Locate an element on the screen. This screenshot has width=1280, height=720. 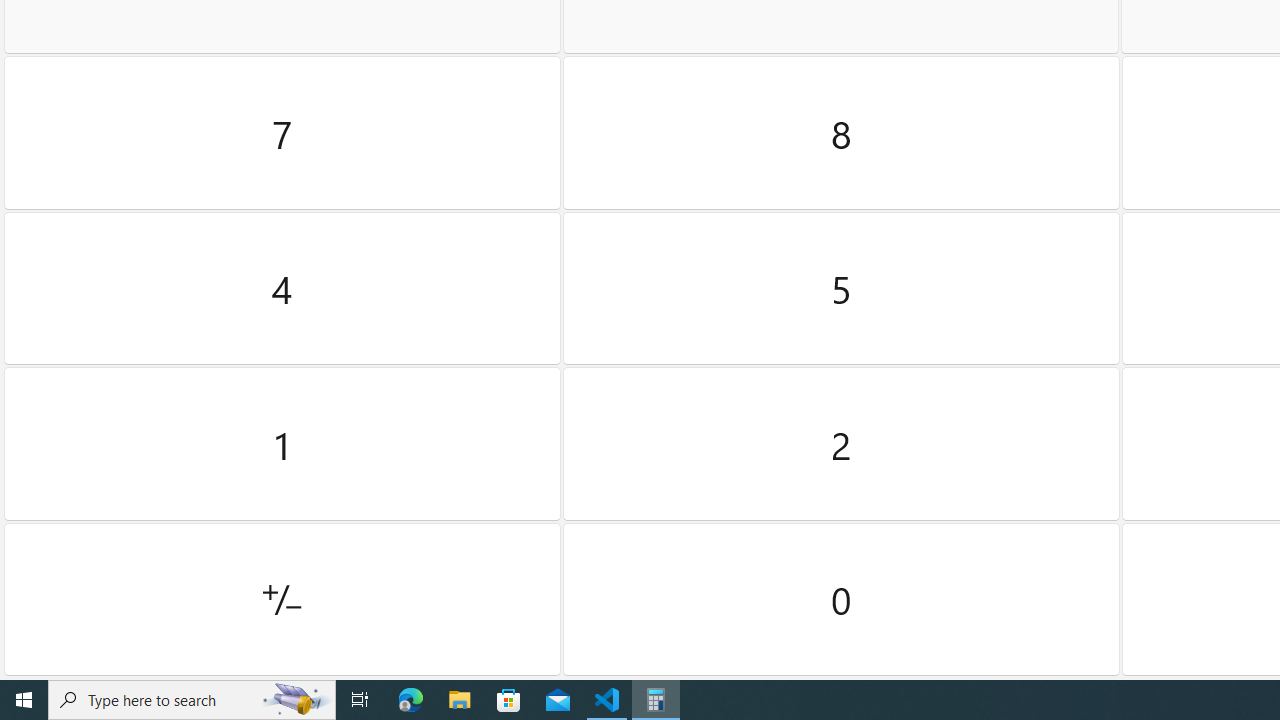
'Microsoft Edge' is located at coordinates (410, 698).